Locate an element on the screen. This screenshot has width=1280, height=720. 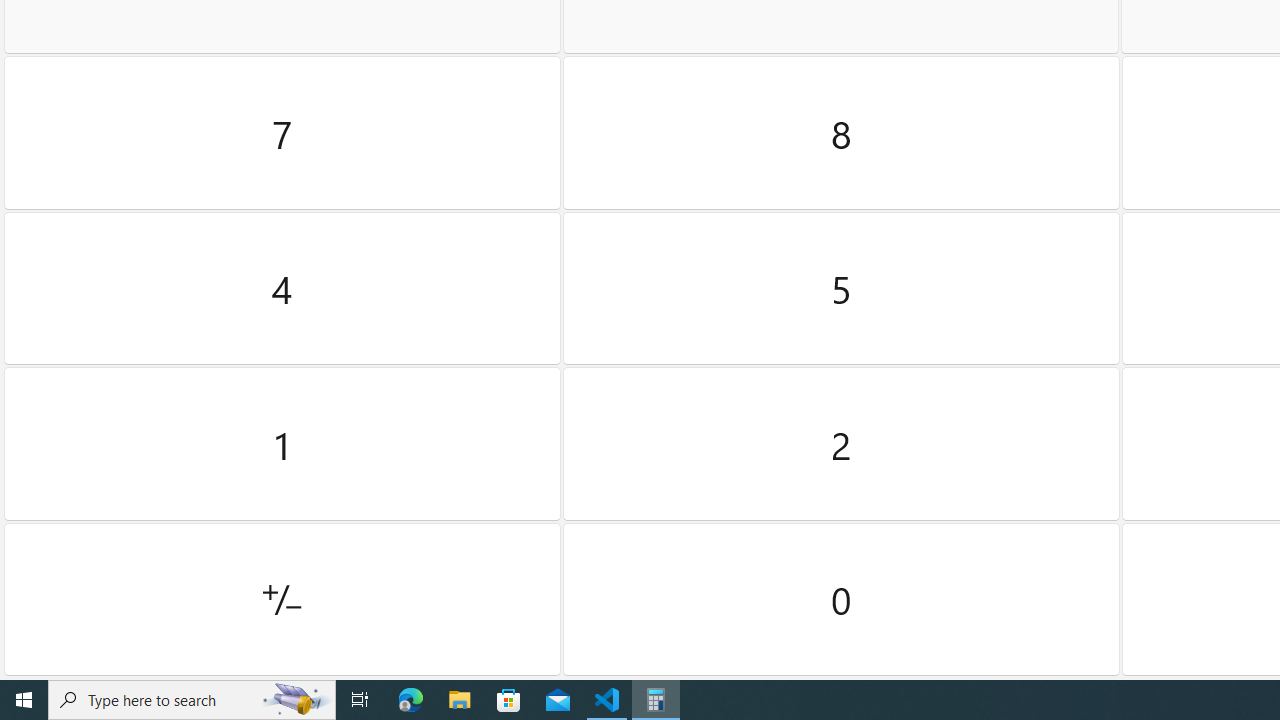
'Microsoft Edge' is located at coordinates (410, 698).